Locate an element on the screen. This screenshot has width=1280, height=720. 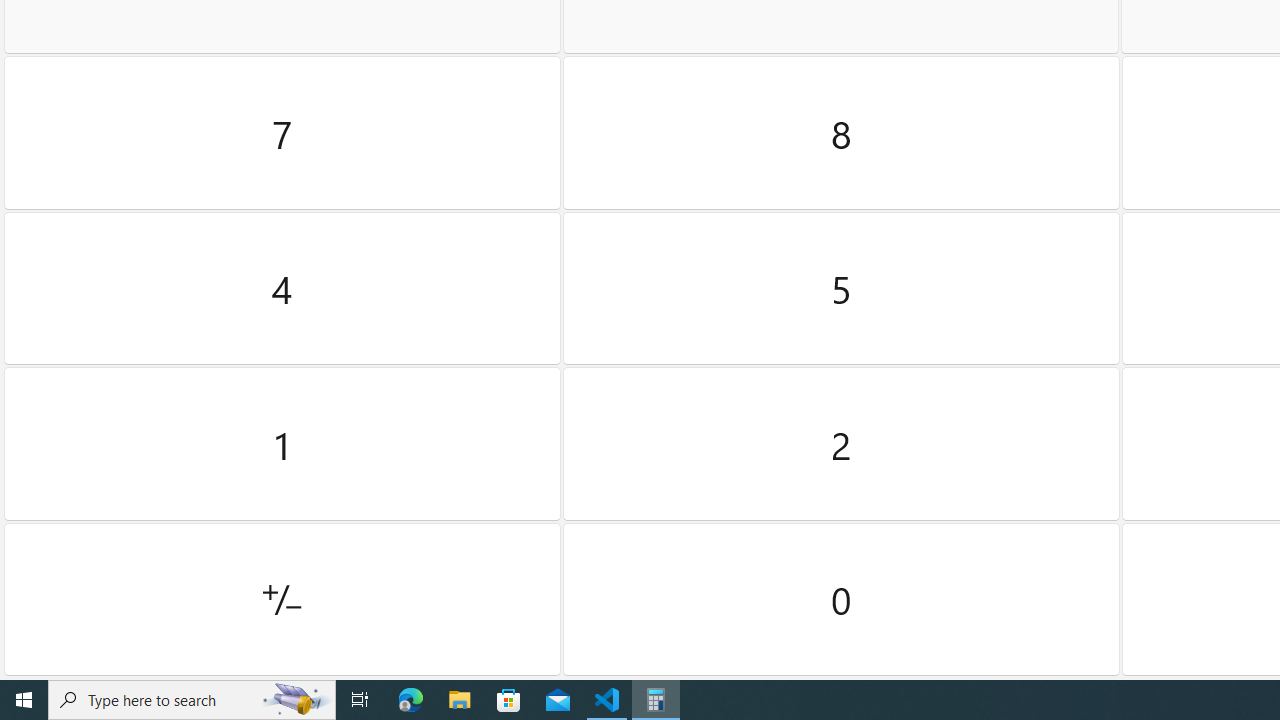
'Microsoft Edge' is located at coordinates (410, 698).